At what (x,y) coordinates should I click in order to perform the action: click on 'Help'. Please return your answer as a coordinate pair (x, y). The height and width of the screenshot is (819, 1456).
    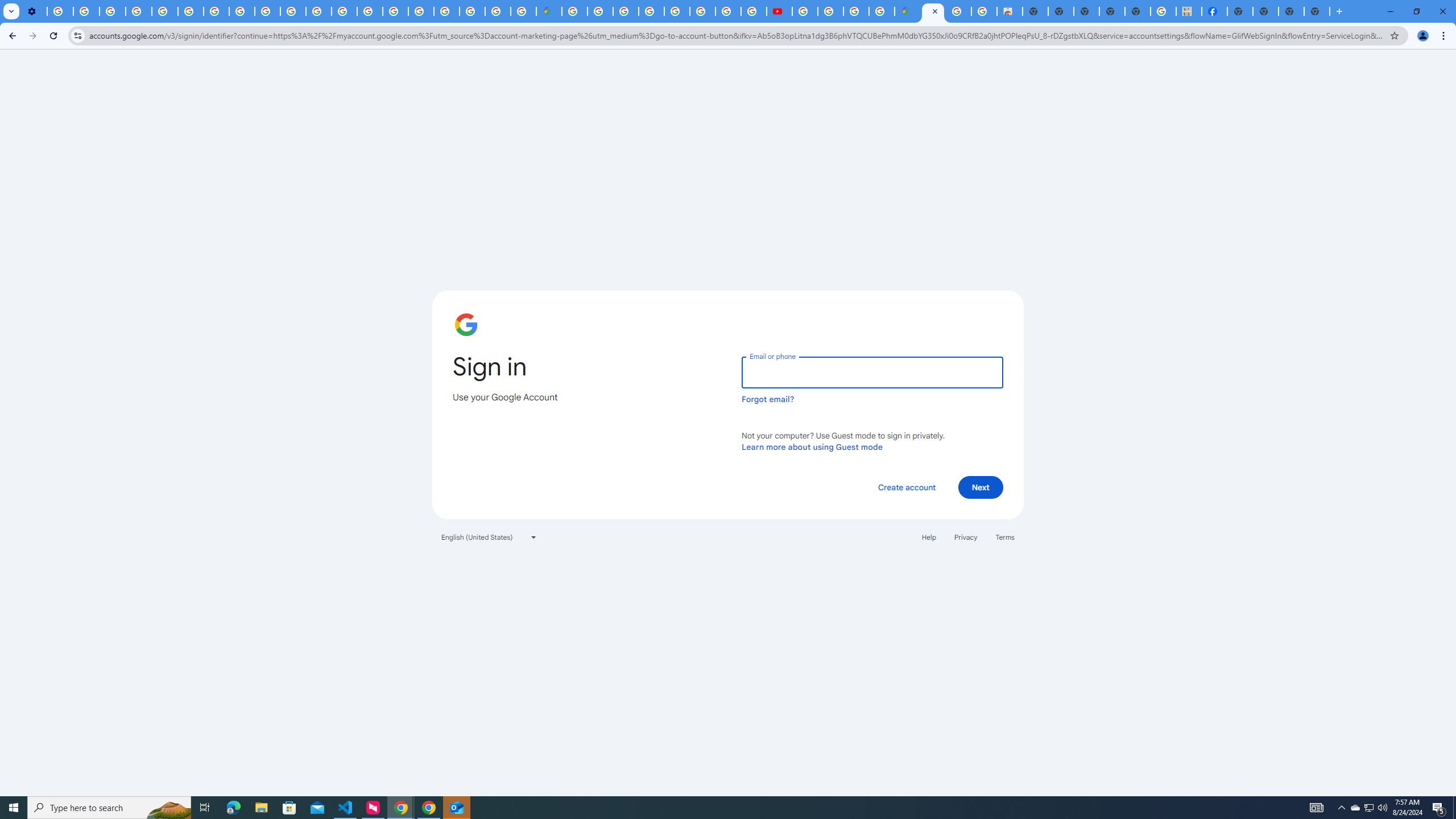
    Looking at the image, I should click on (928, 536).